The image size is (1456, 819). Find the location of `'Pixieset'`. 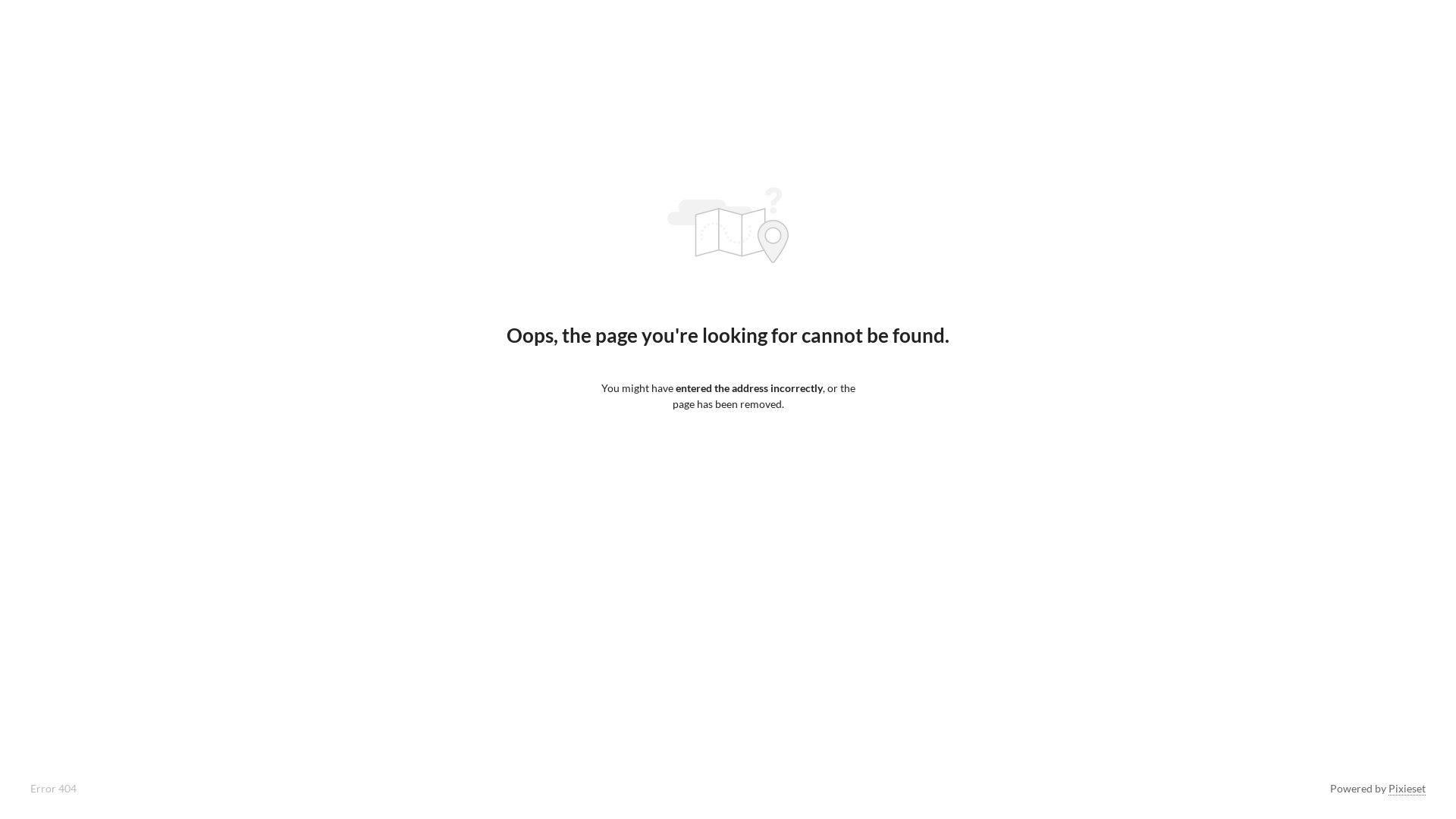

'Pixieset' is located at coordinates (1406, 788).